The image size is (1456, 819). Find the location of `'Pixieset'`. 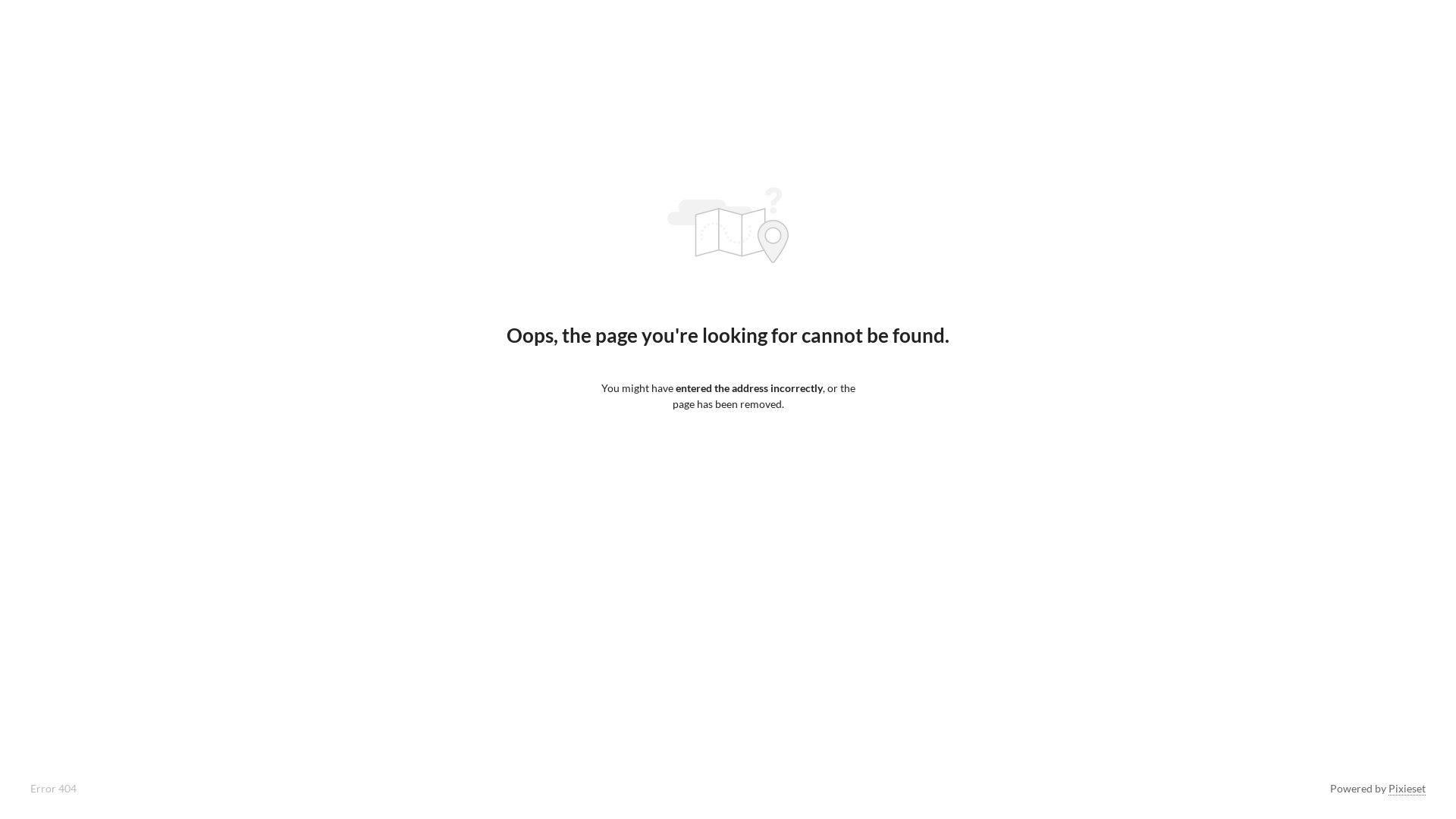

'Pixieset' is located at coordinates (1406, 788).